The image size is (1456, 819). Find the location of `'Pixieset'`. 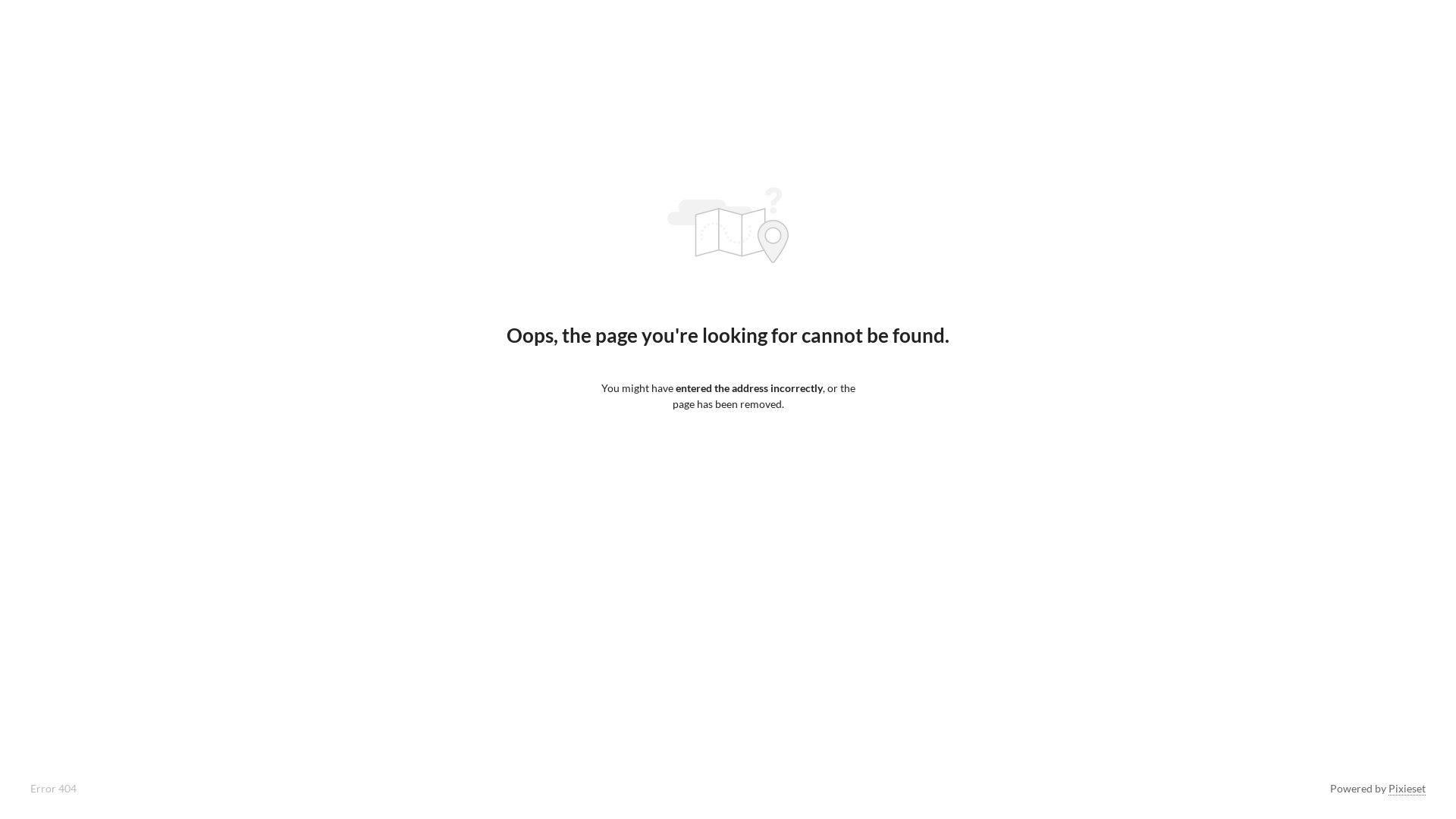

'Pixieset' is located at coordinates (1406, 788).